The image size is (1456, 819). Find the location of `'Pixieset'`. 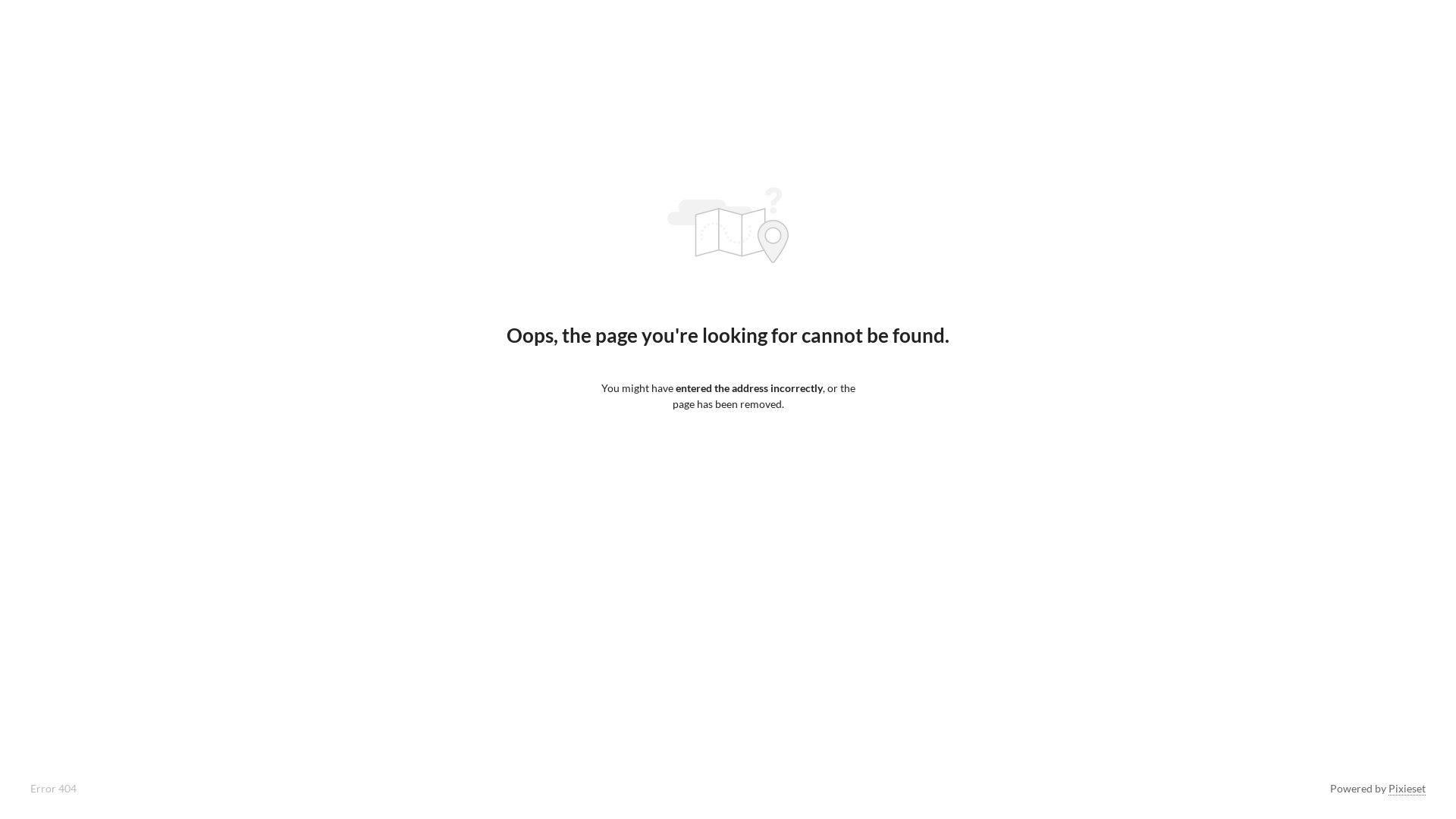

'Pixieset' is located at coordinates (1406, 788).